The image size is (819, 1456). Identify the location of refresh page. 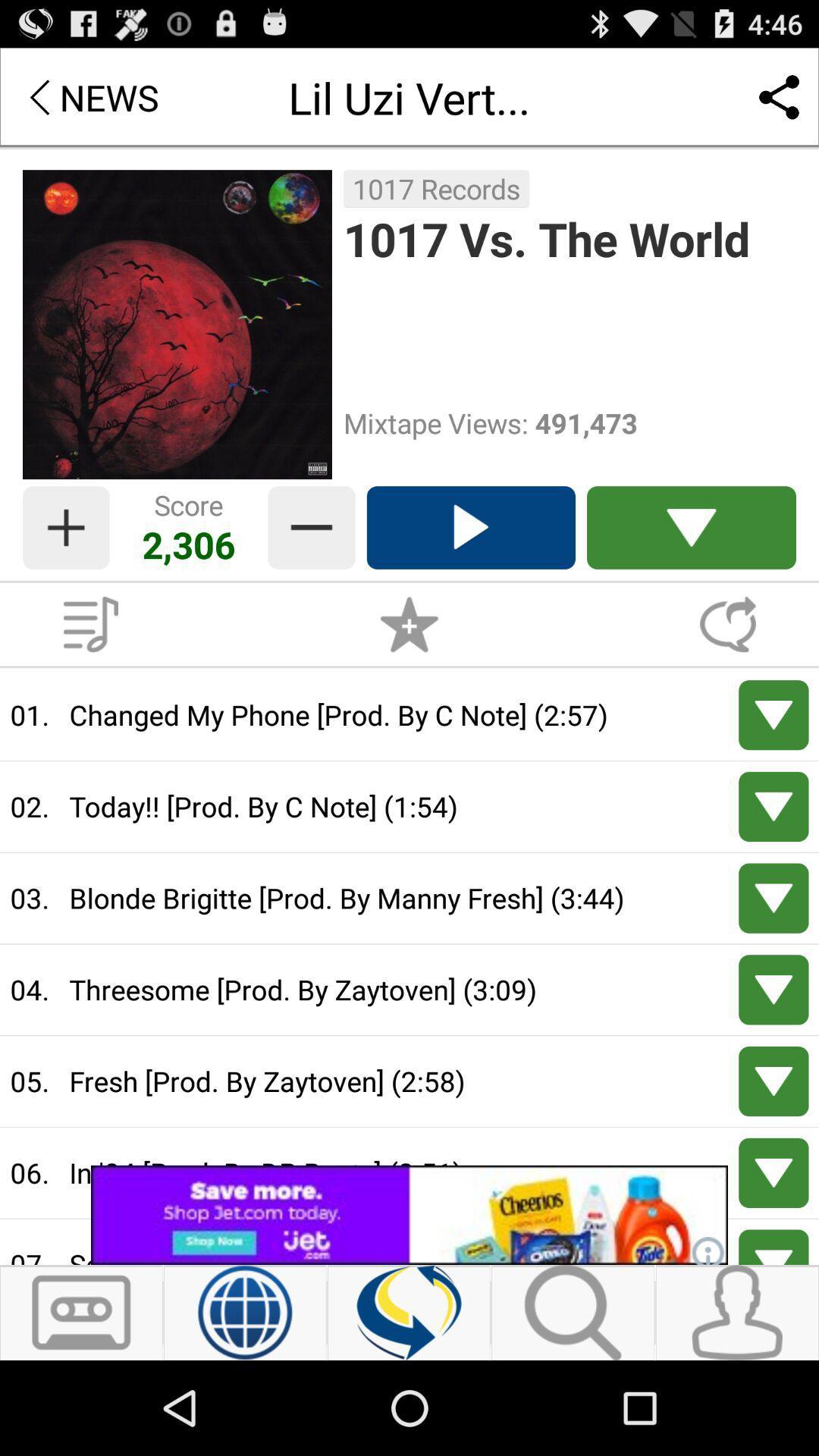
(408, 1312).